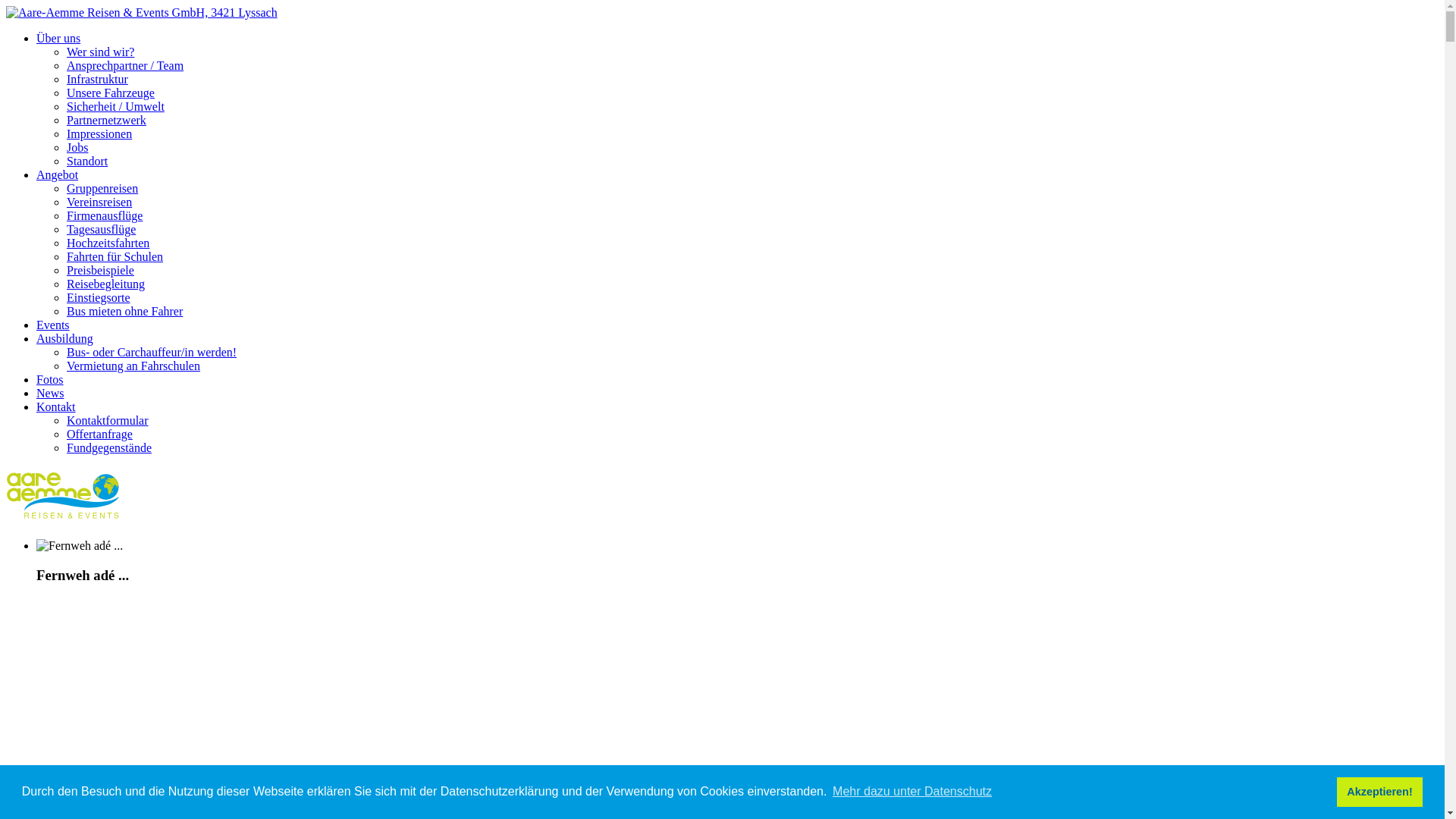 The width and height of the screenshot is (1456, 819). I want to click on 'Kontakt', so click(55, 406).